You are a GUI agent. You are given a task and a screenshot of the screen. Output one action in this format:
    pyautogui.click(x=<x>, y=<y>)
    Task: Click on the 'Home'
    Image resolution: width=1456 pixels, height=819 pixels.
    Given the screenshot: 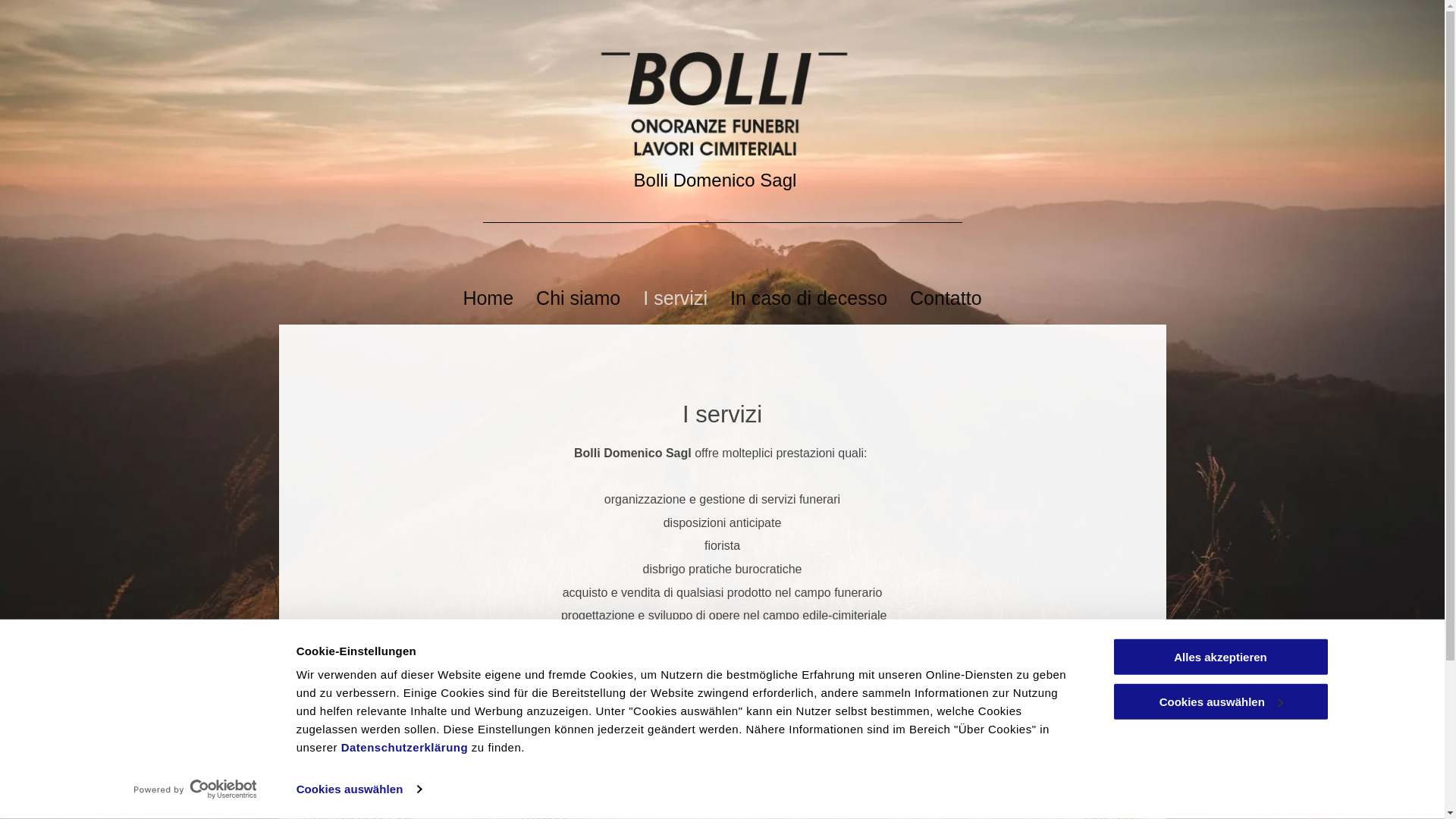 What is the action you would take?
    pyautogui.click(x=488, y=298)
    